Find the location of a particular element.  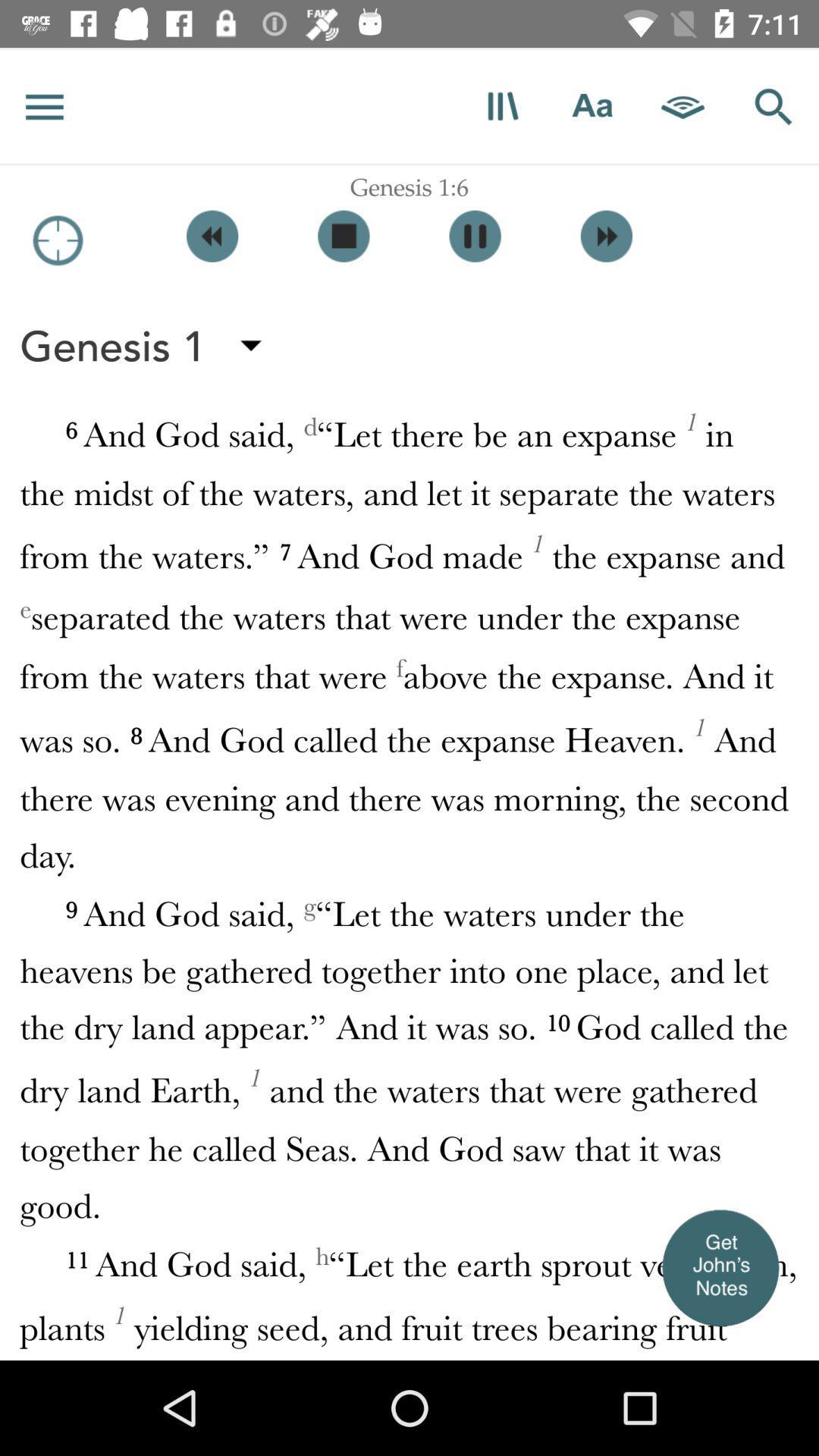

the av_forward icon is located at coordinates (605, 235).